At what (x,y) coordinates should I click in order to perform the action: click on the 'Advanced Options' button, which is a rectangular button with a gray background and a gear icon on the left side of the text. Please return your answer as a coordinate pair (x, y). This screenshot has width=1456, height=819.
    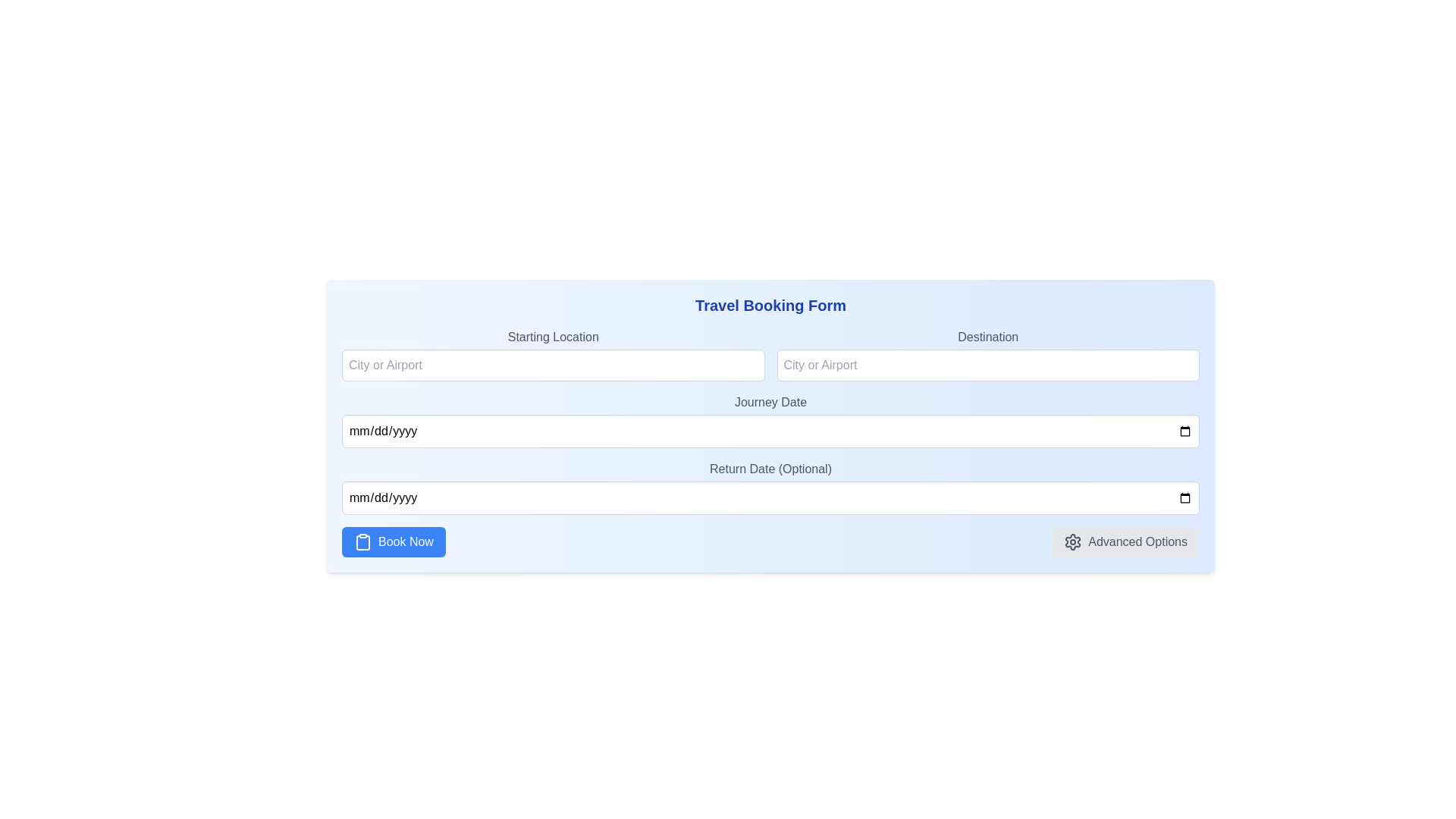
    Looking at the image, I should click on (1125, 541).